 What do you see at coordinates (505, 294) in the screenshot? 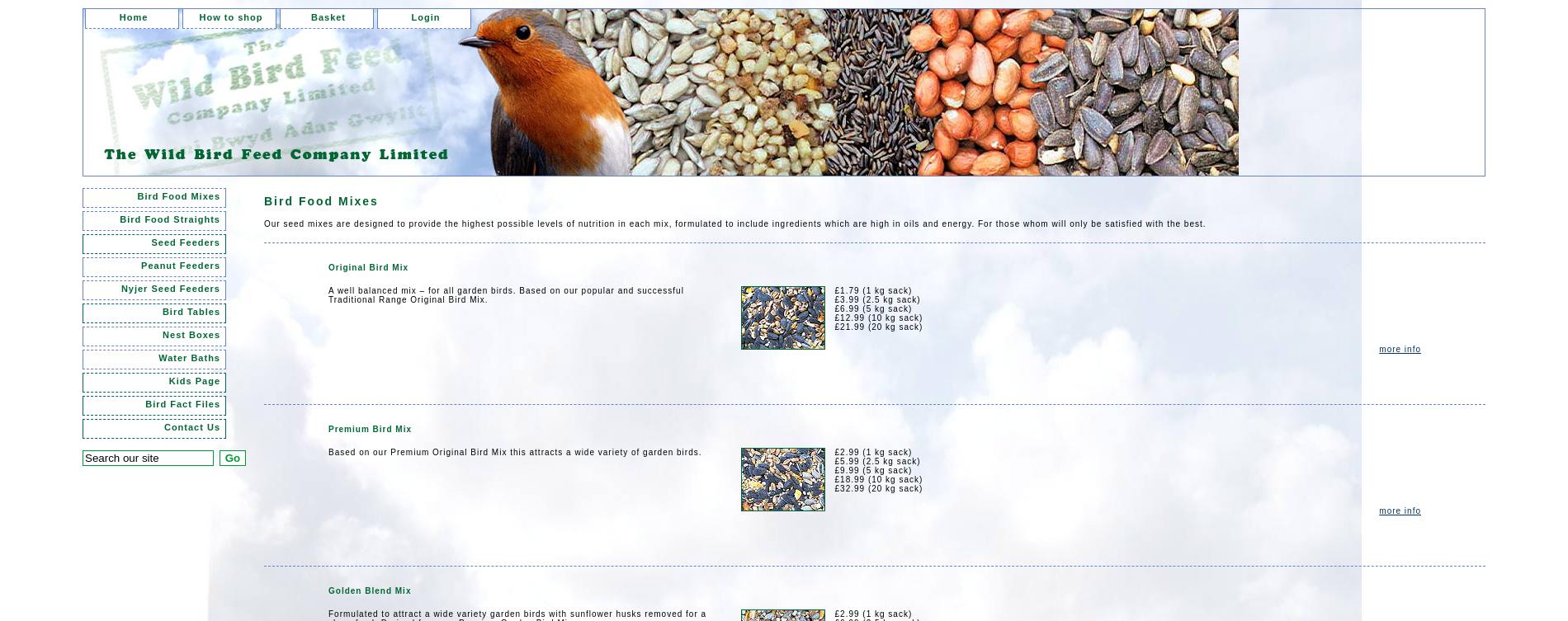
I see `'A well balanced mix – for all garden birds. Based on our popular and successful Traditional Range Original Bird Mix.'` at bounding box center [505, 294].